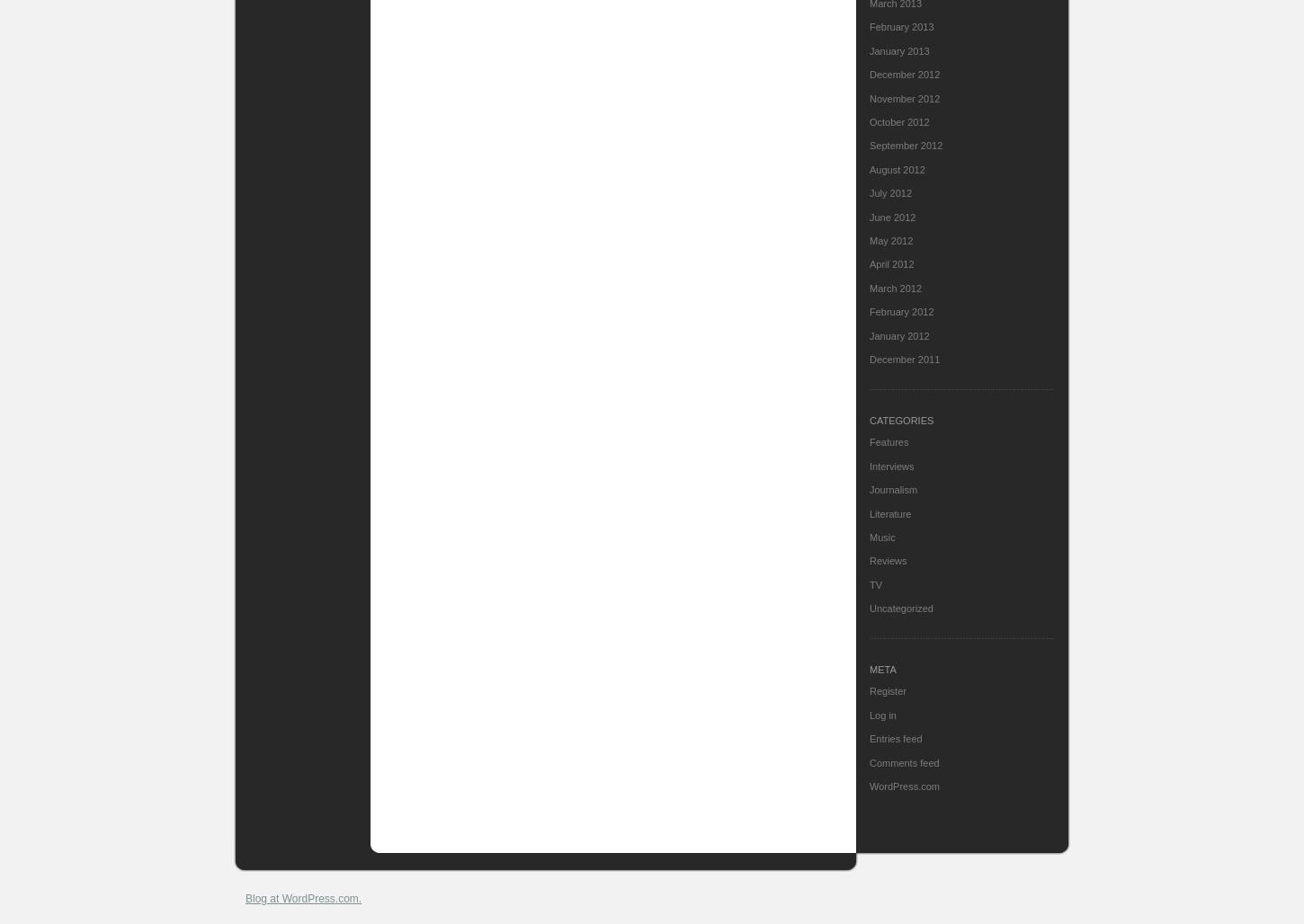 Image resolution: width=1304 pixels, height=924 pixels. Describe the element at coordinates (905, 786) in the screenshot. I see `'WordPress.com'` at that location.